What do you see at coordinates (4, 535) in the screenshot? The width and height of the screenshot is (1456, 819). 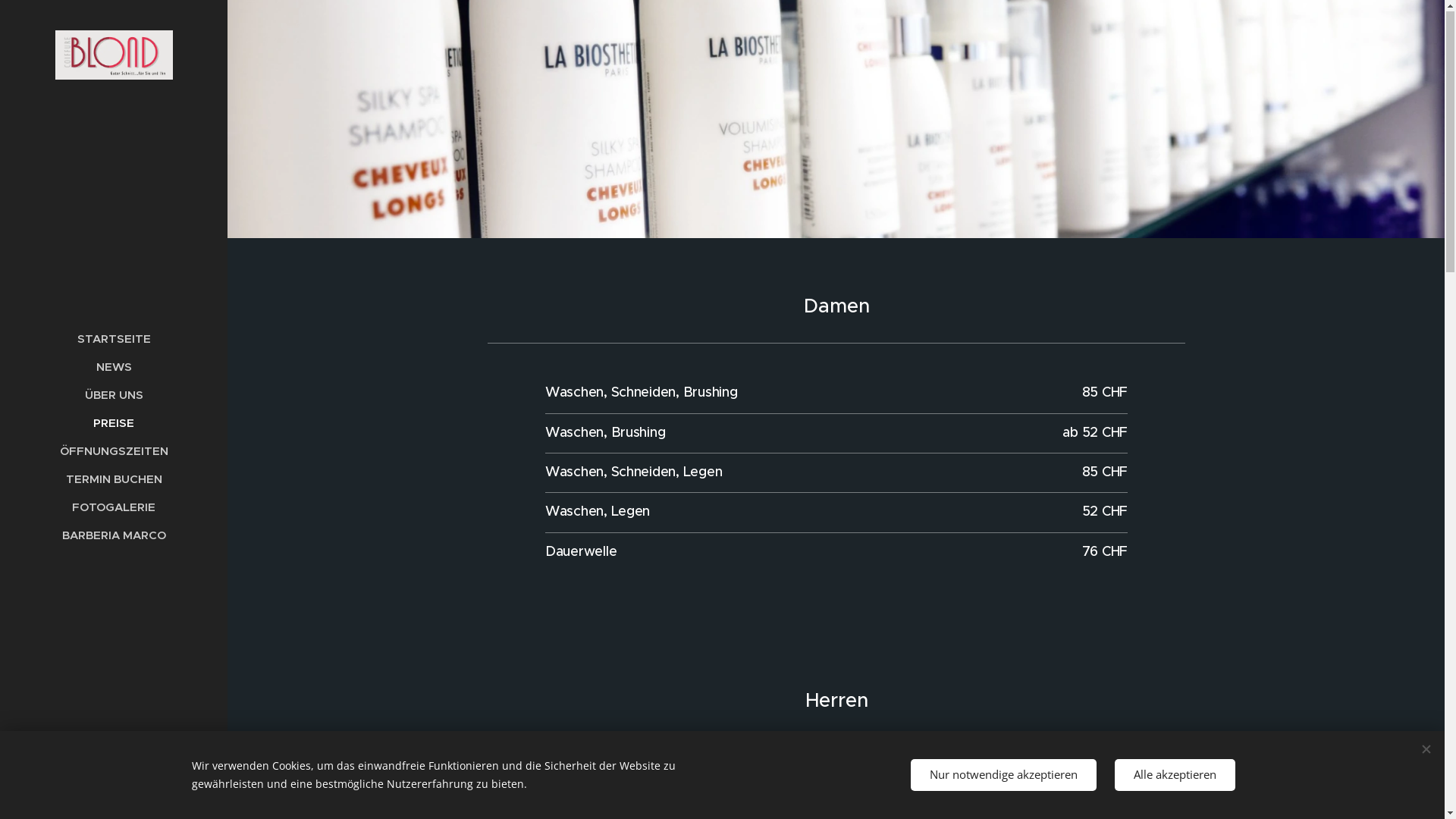 I see `'BARBERIA MARCO'` at bounding box center [4, 535].